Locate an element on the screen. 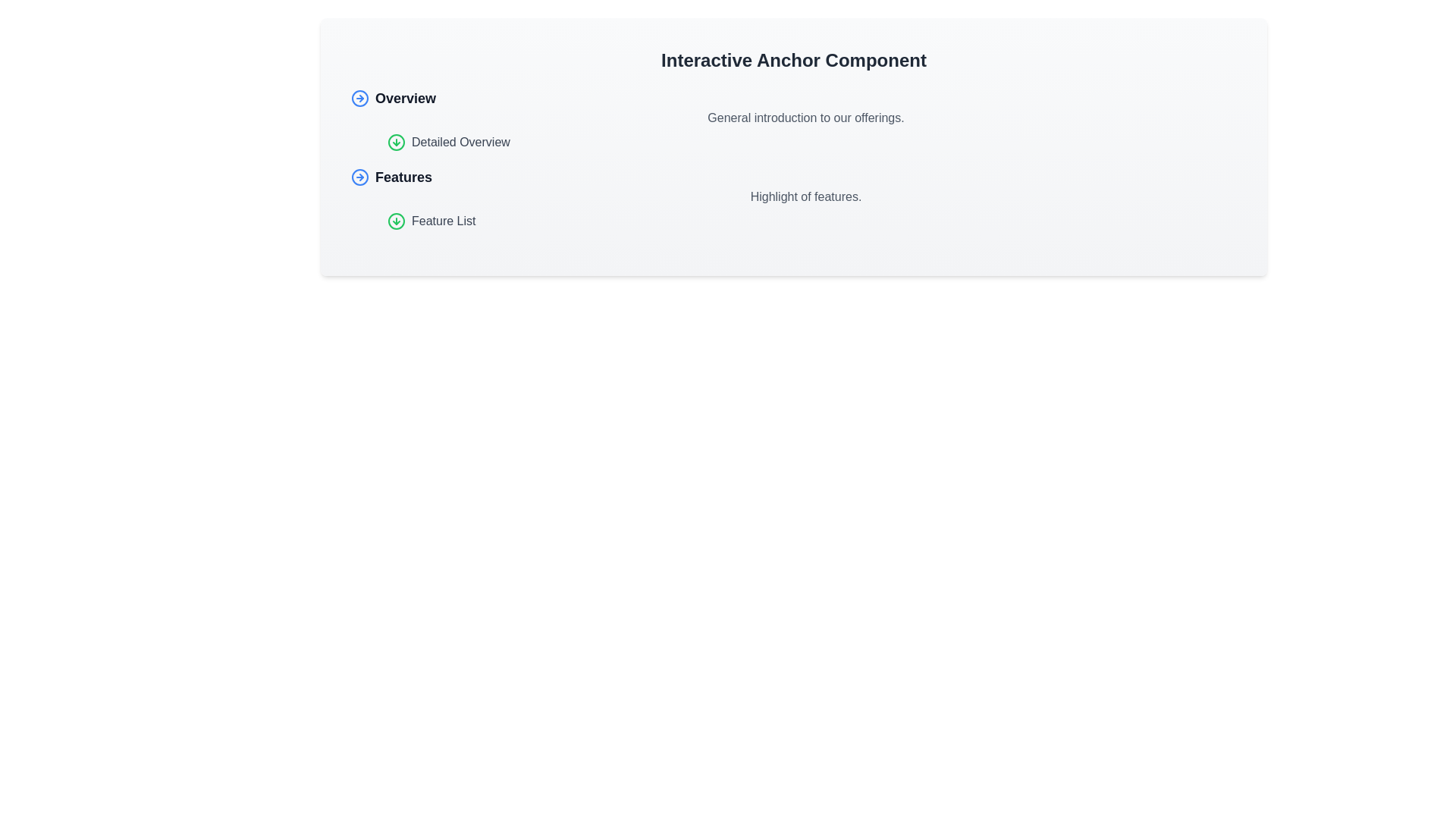 The image size is (1456, 819). the SVG circle element that is part of the larger icon associated with the 'Detailed Overview' text, positioned between 'Overview' and 'Features' is located at coordinates (397, 143).